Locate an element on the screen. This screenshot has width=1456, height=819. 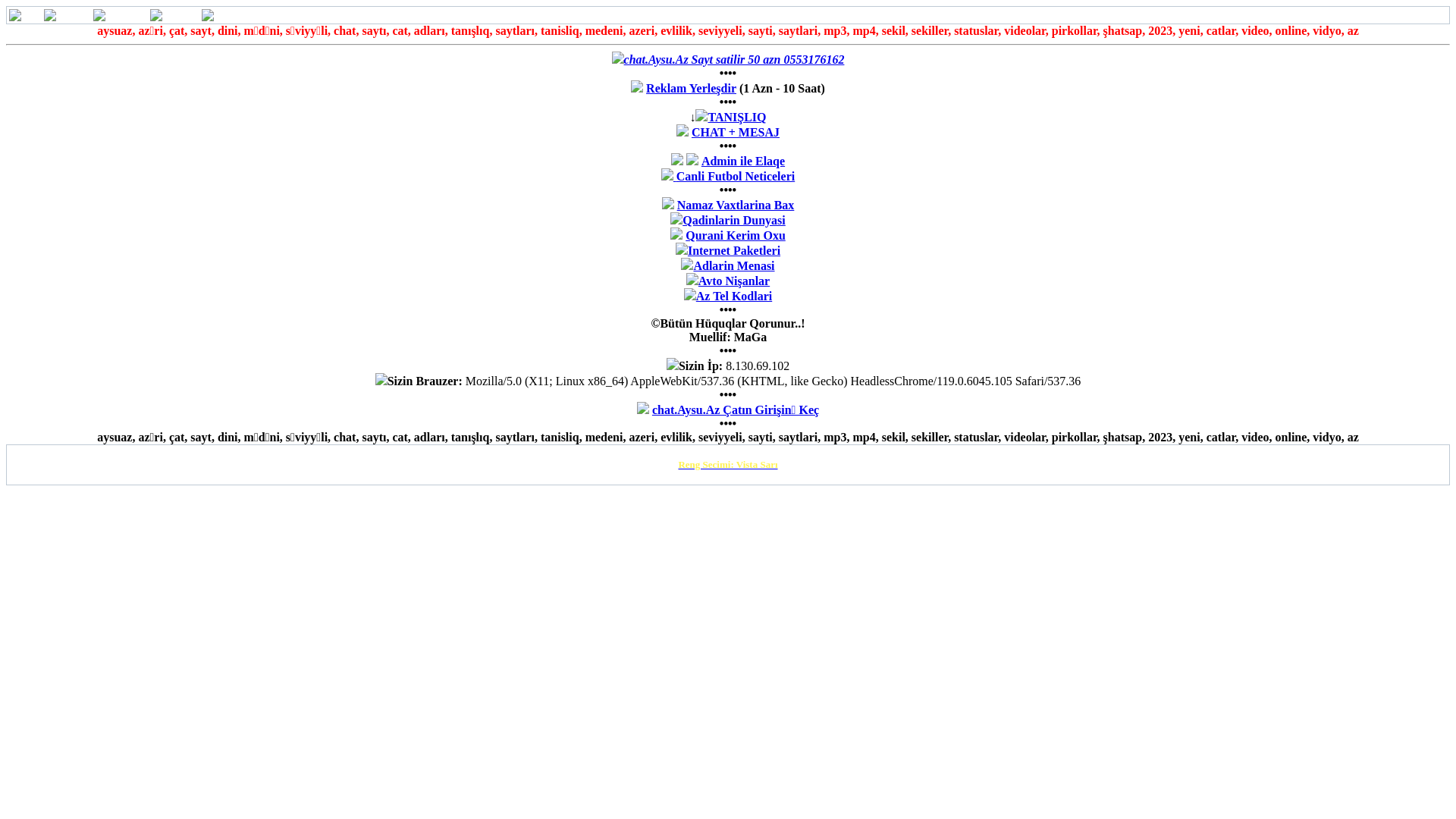
'Mesajlar' is located at coordinates (43, 14).